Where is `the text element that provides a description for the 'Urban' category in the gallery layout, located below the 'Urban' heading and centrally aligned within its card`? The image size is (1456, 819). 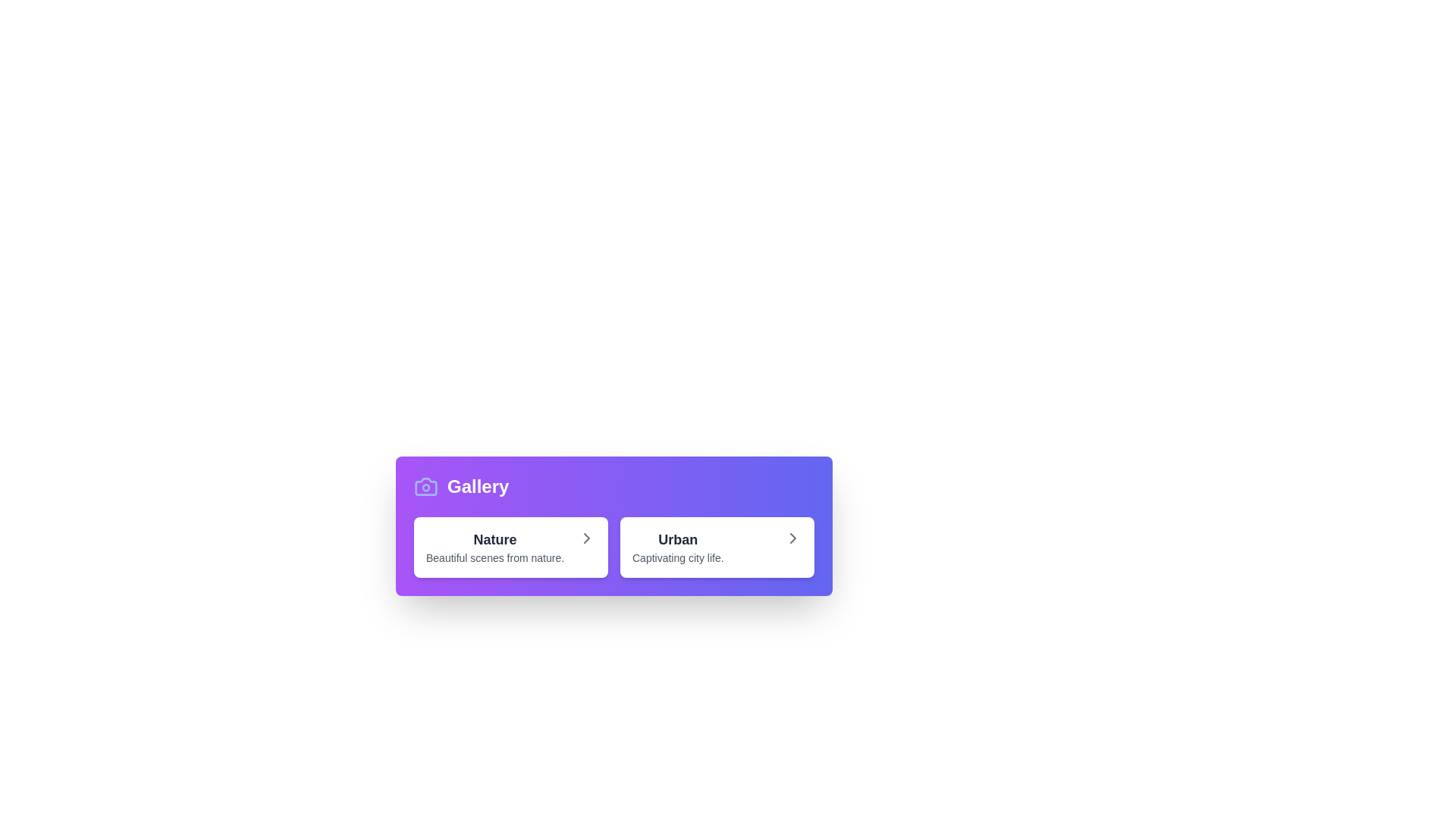
the text element that provides a description for the 'Urban' category in the gallery layout, located below the 'Urban' heading and centrally aligned within its card is located at coordinates (677, 558).